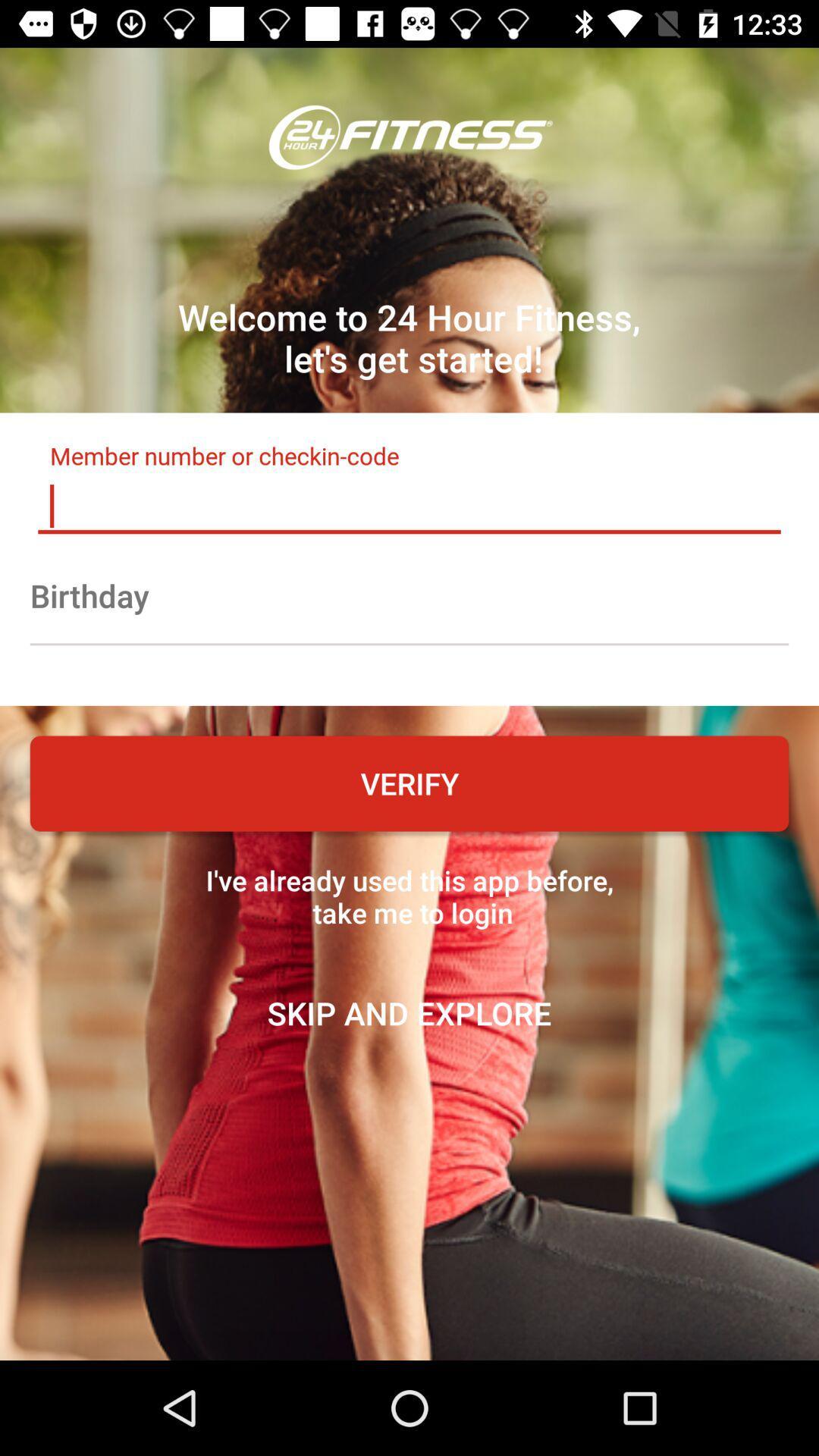 The image size is (819, 1456). Describe the element at coordinates (409, 506) in the screenshot. I see `the member number` at that location.